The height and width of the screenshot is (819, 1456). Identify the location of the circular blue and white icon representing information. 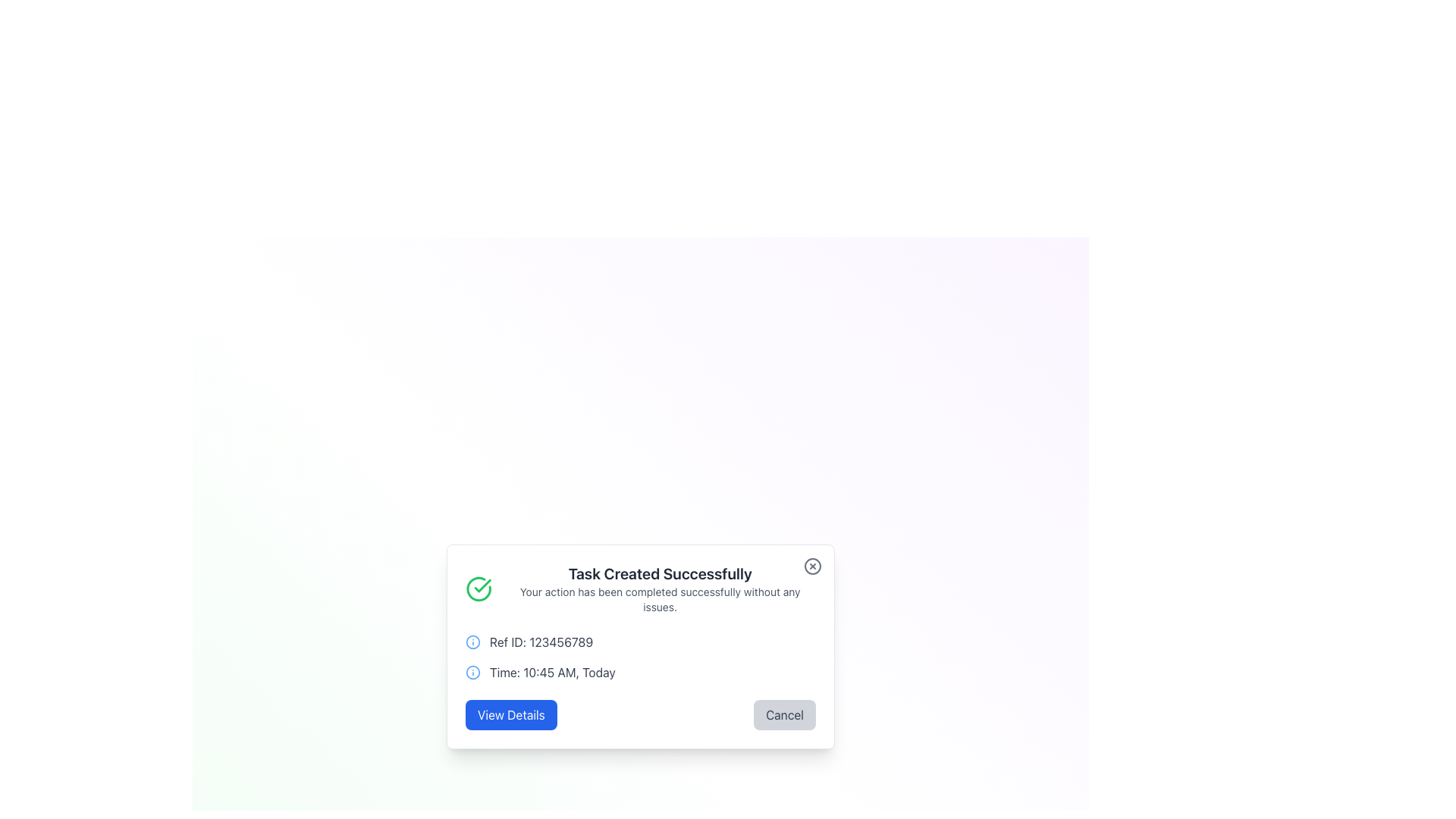
(472, 642).